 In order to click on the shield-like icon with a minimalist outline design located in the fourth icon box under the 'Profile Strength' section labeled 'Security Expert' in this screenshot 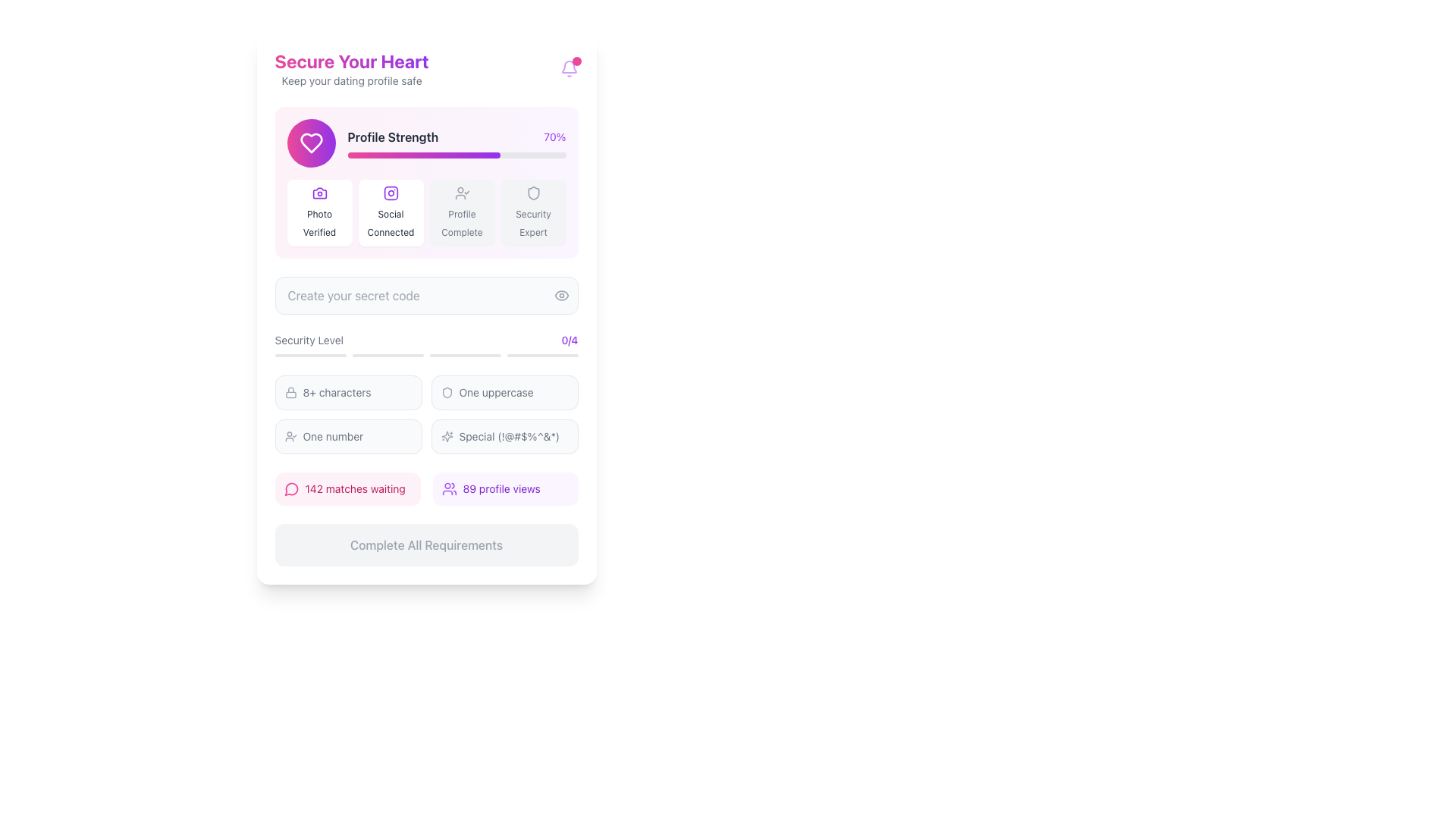, I will do `click(533, 192)`.